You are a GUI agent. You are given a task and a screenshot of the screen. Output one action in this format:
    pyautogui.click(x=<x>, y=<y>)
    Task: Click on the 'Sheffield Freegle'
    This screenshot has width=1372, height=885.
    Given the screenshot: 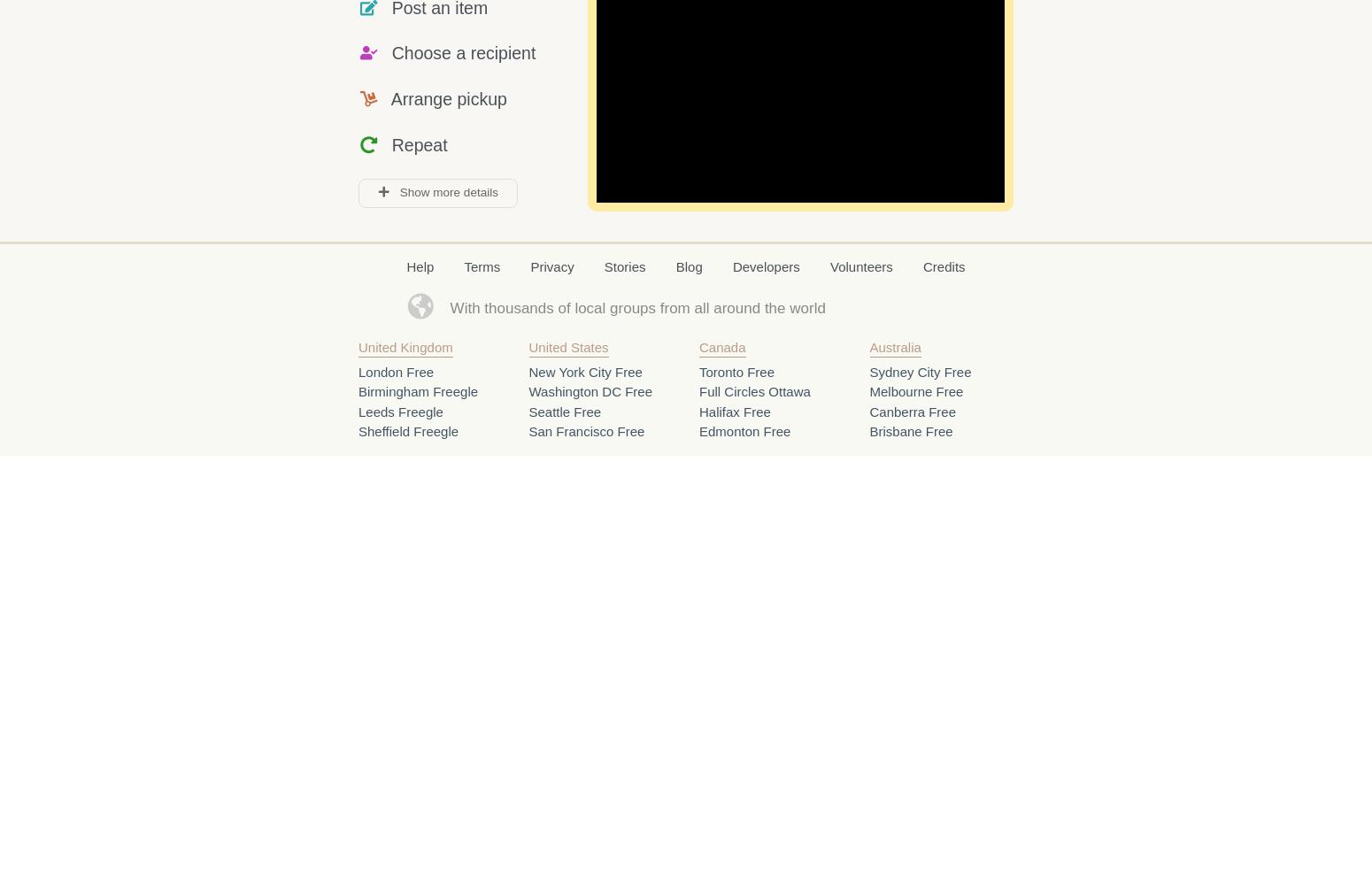 What is the action you would take?
    pyautogui.click(x=408, y=430)
    